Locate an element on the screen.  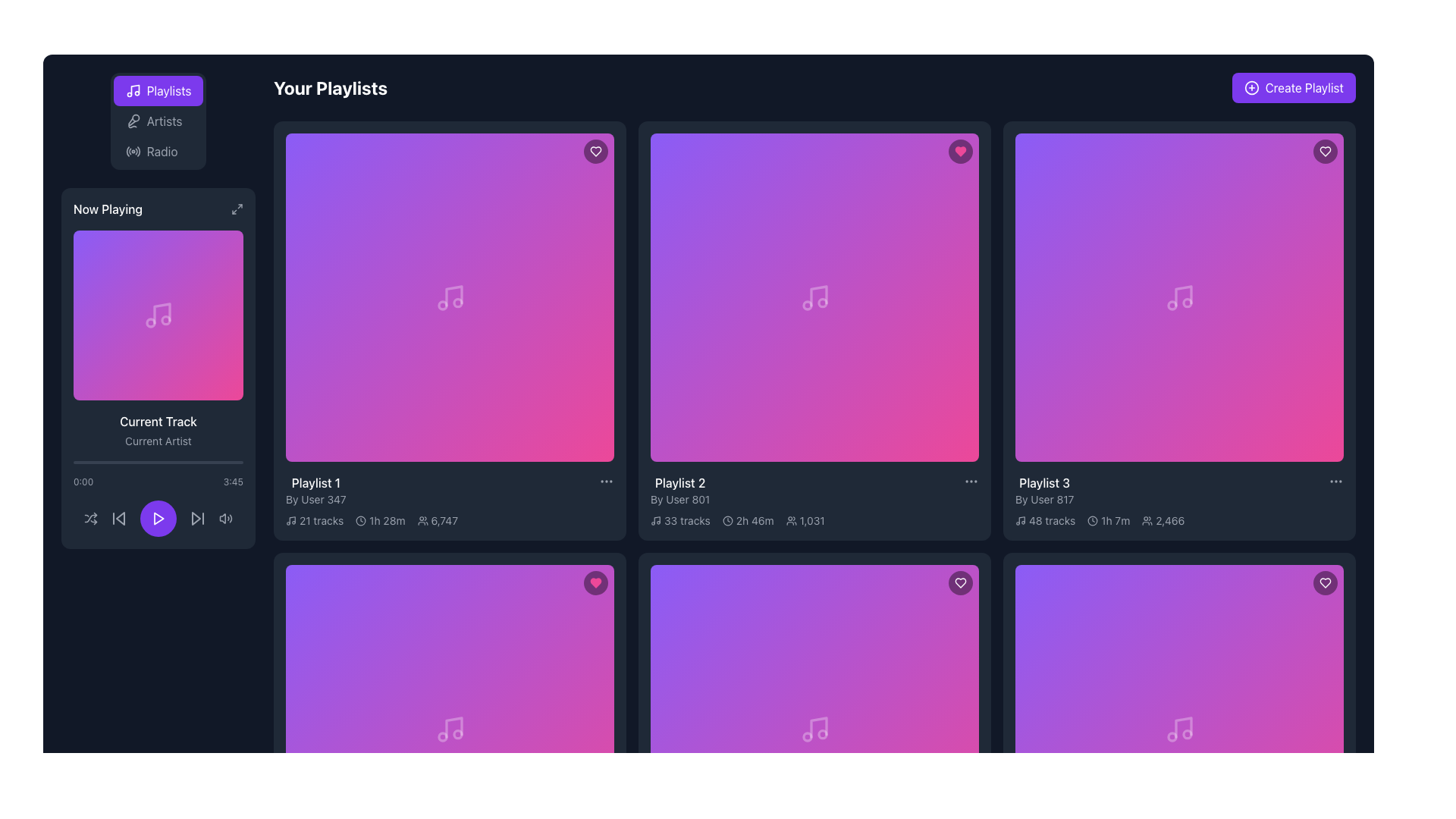
the small circle located within the musical note icon, which is part of the bottom-right playlist box in the grid layout is located at coordinates (821, 733).